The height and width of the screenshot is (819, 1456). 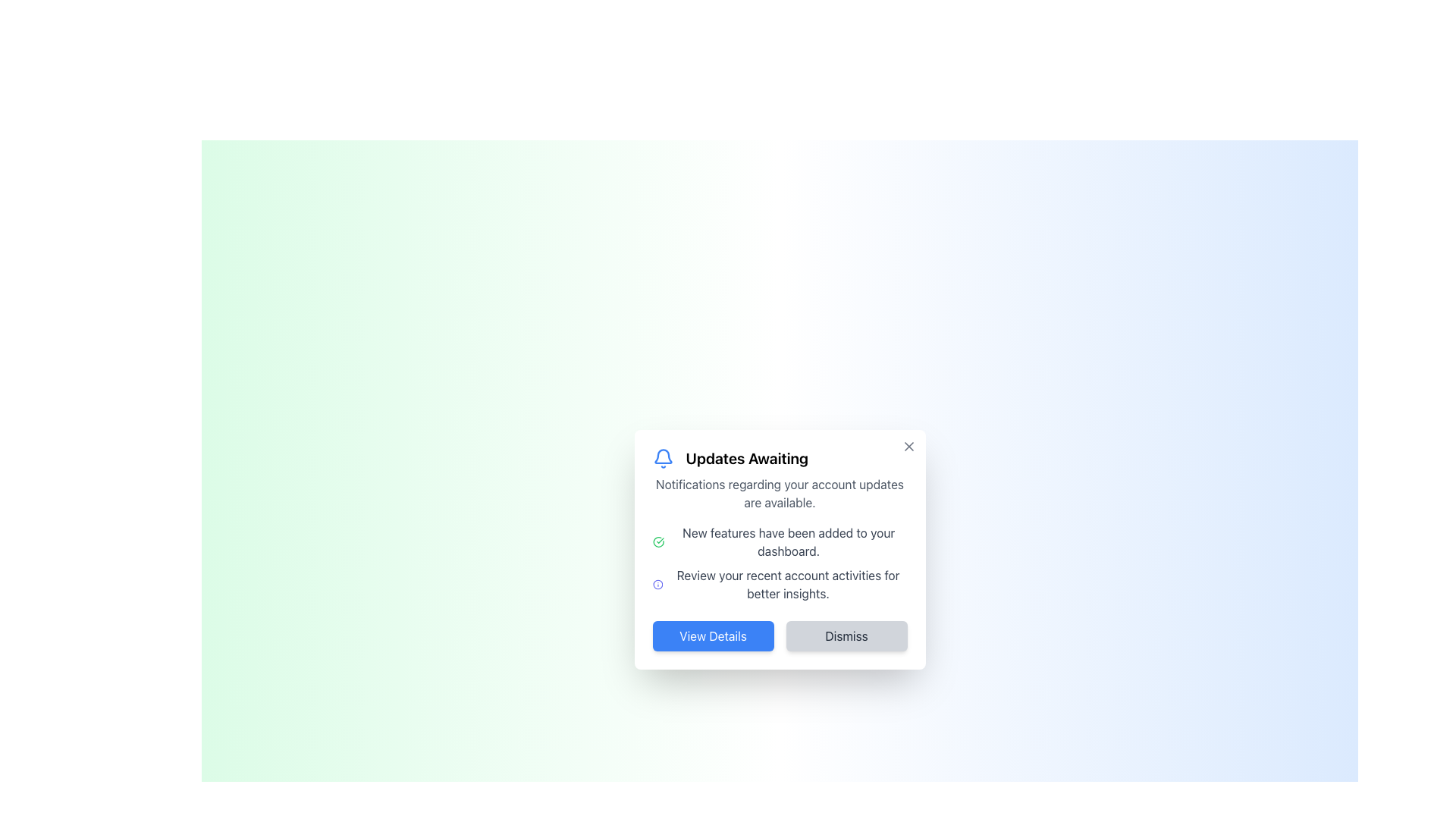 I want to click on the 'Dismiss' button, which is a rectangular button with rounded corners, light gray background, and bold dark text, positioned to the right of the 'View Details' button at the bottom of a modal window, so click(x=846, y=636).